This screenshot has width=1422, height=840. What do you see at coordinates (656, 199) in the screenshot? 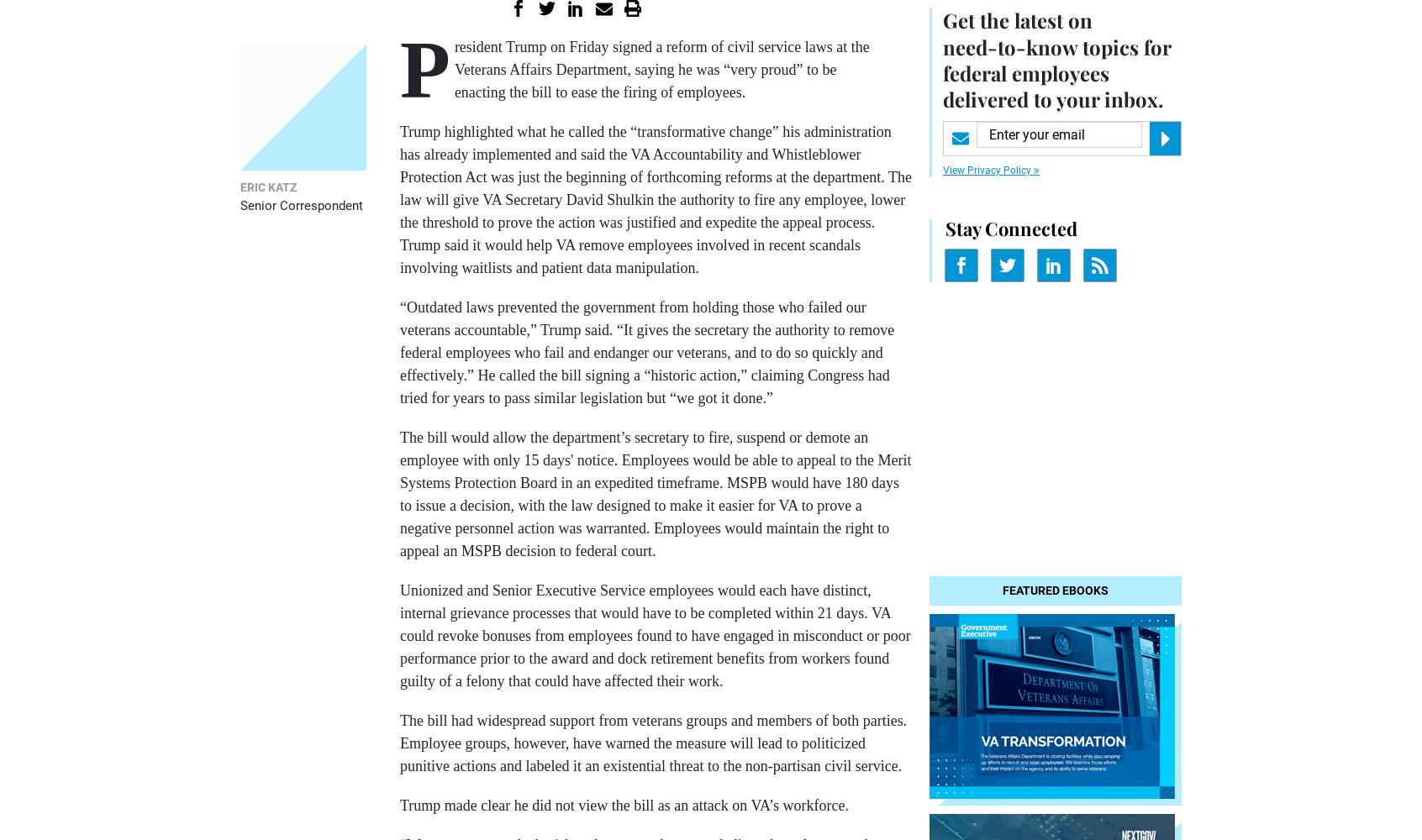
I see `'Trump highlighted what he called the “transformative change” his administration has already implemented and said the VA Accountability and Whistleblower Protection Act was just the beginning of forthcoming reforms at the department. The law will give VA Secretary David Shulkin the authority to fire any employee, lower the threshold to prove the action was justified and expedite the appeal process. Trump said it would help VA remove employees involved in recent scandals involving waitlists and patient data manipulation.'` at bounding box center [656, 199].